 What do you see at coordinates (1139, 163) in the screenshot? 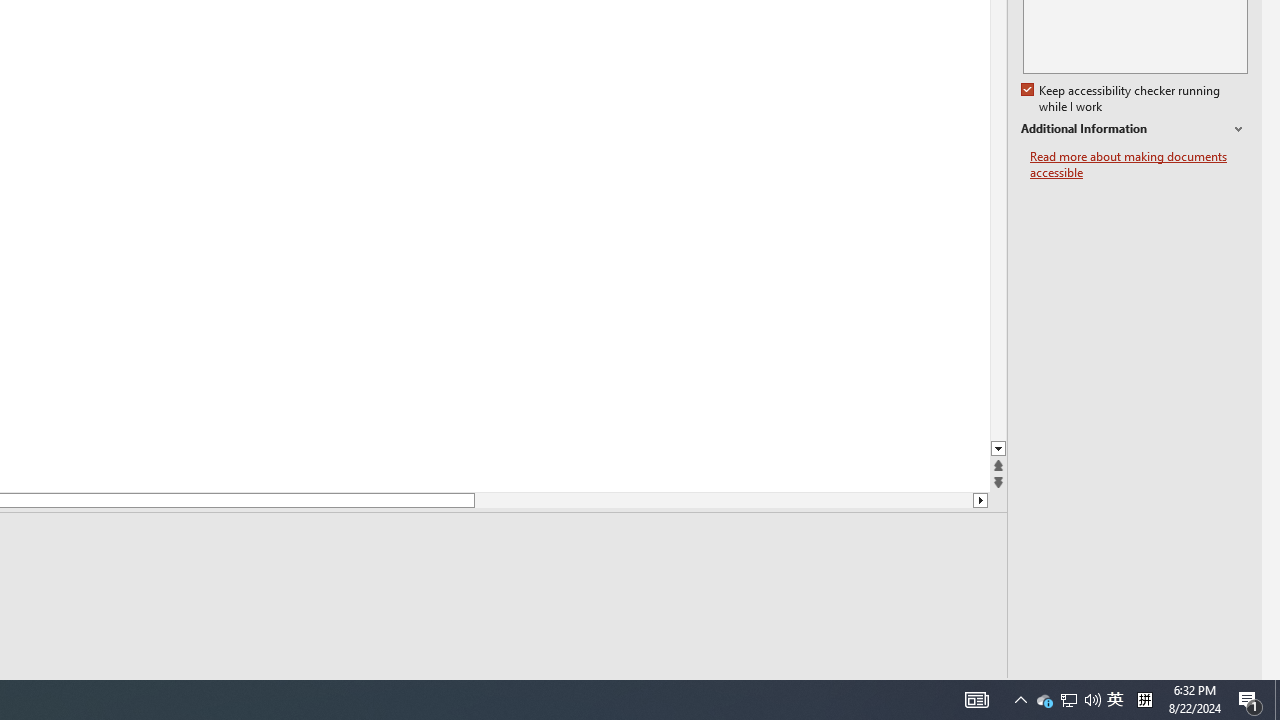
I see `'Read more about making documents accessible'` at bounding box center [1139, 163].